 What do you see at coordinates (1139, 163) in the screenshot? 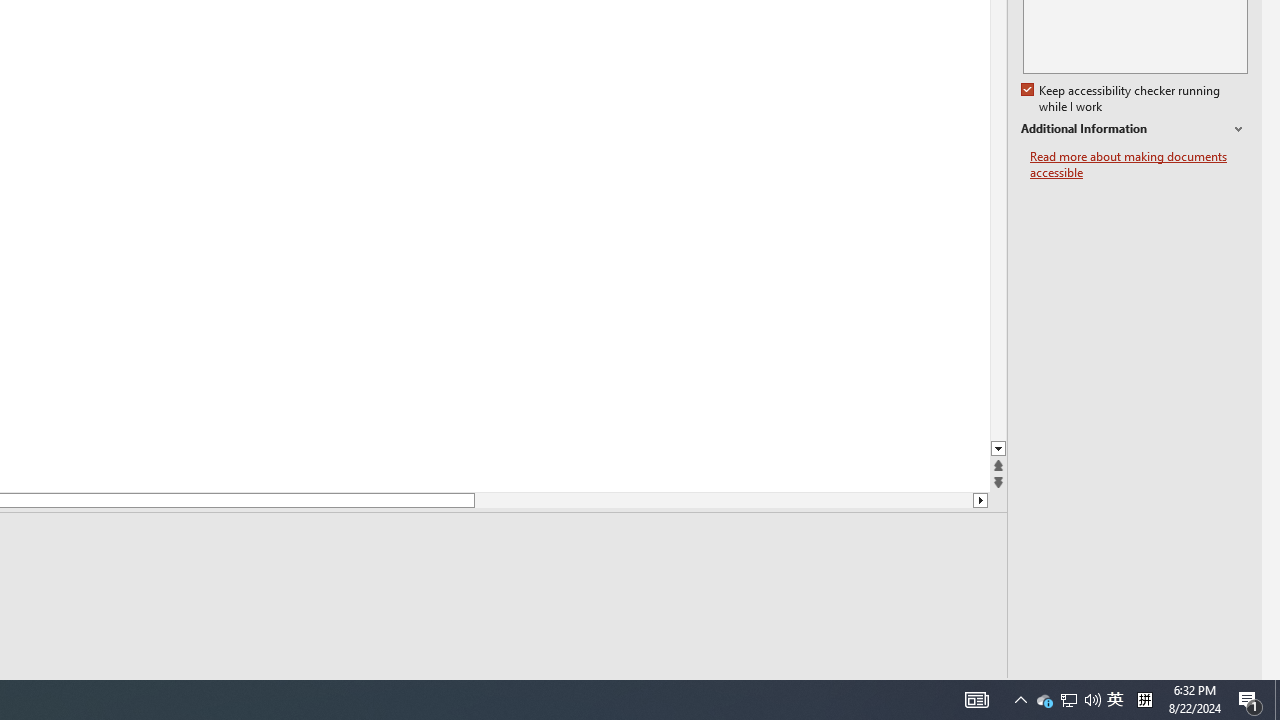
I see `'Read more about making documents accessible'` at bounding box center [1139, 163].